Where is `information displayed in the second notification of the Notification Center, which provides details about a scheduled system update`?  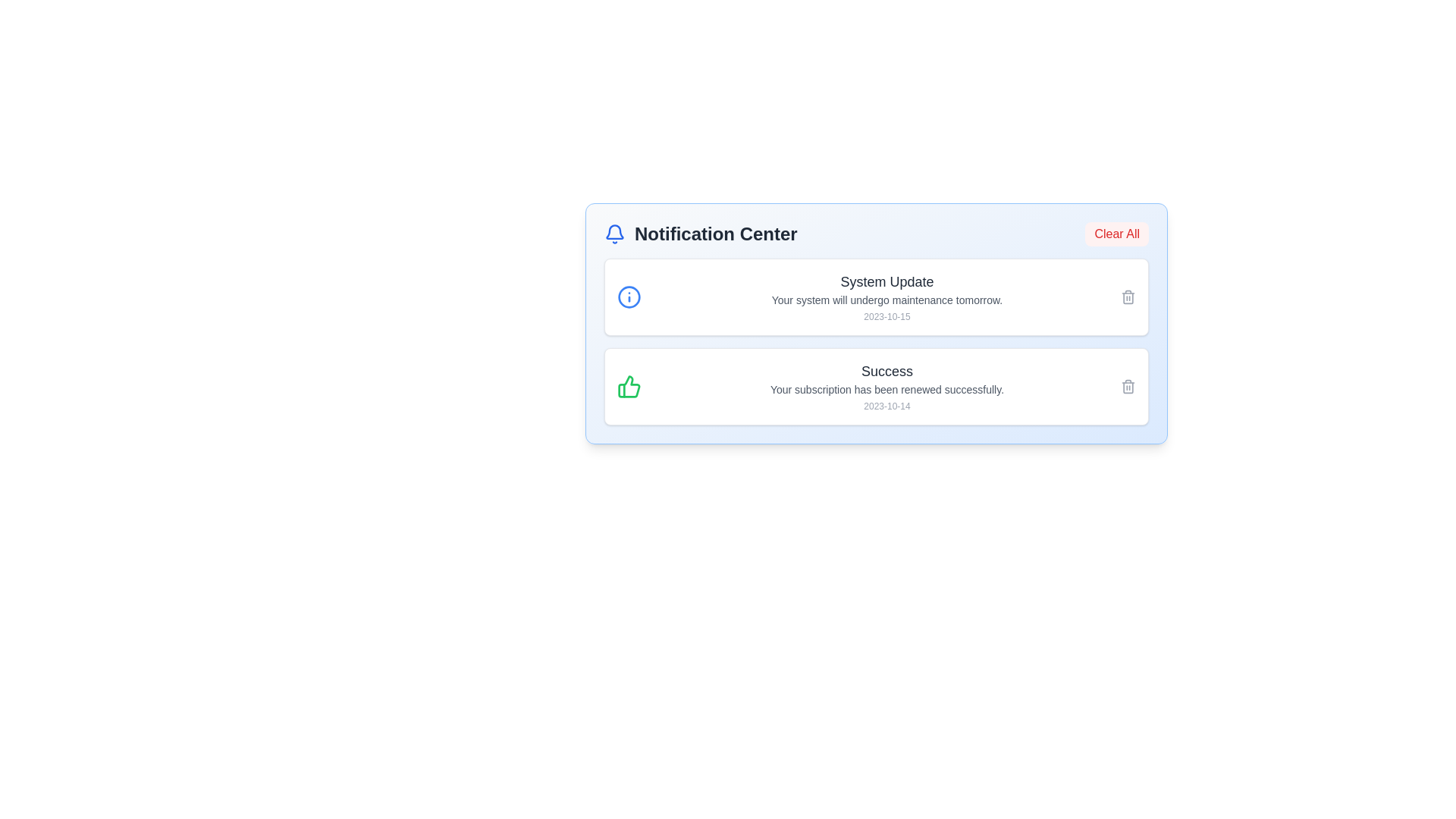 information displayed in the second notification of the Notification Center, which provides details about a scheduled system update is located at coordinates (887, 297).